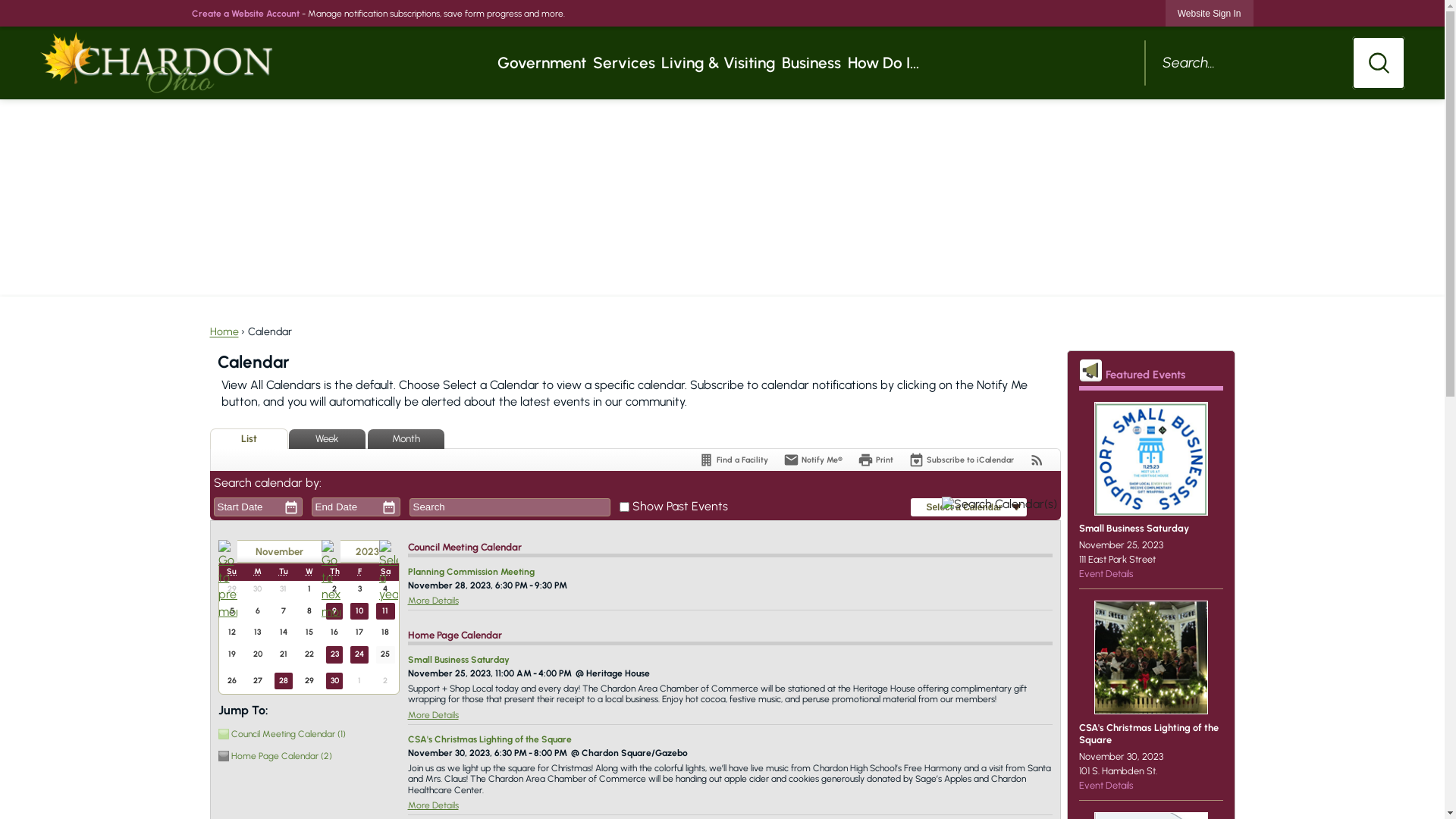  Describe the element at coordinates (367, 438) in the screenshot. I see `'Month'` at that location.